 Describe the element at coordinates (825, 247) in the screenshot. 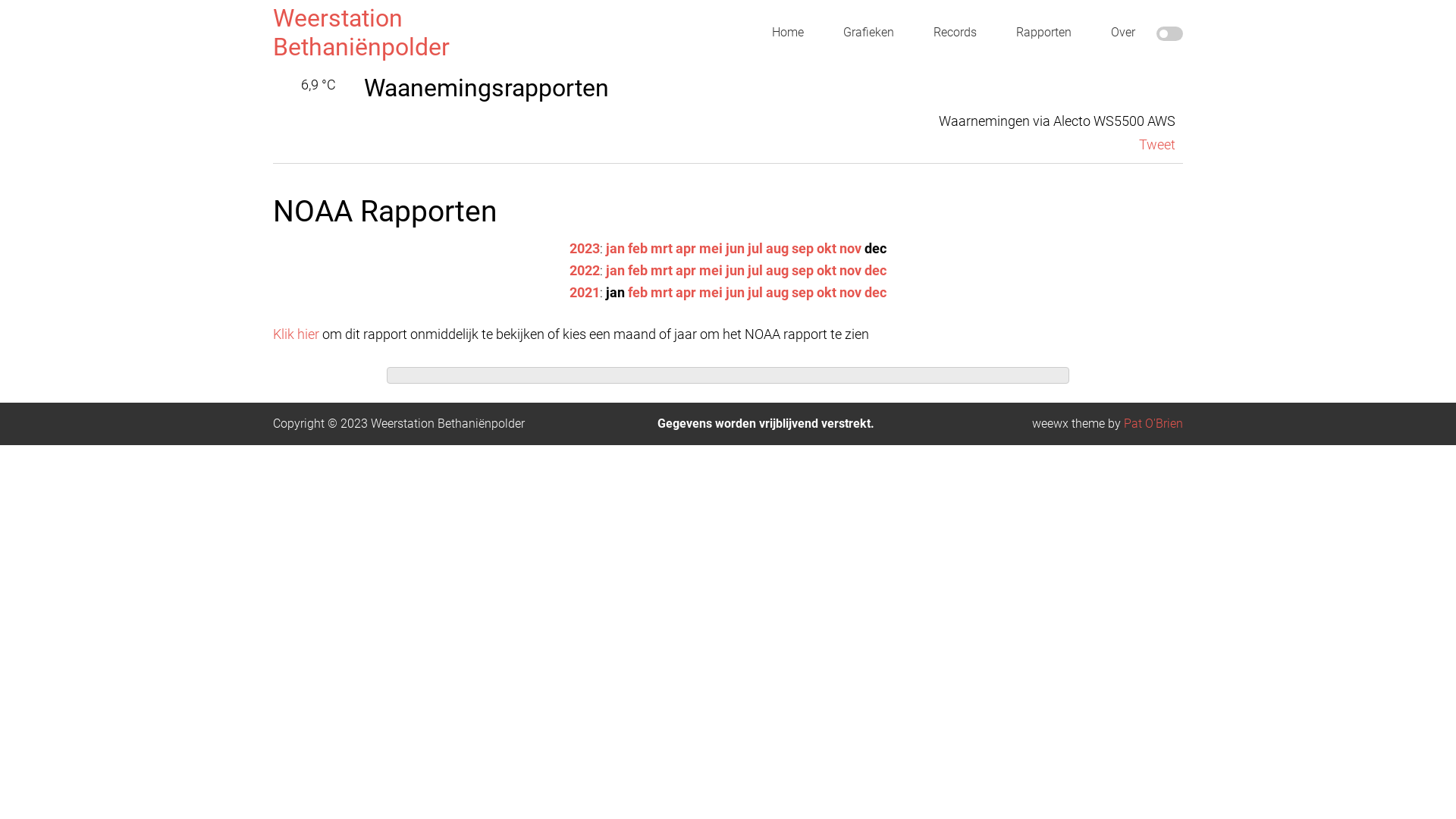

I see `'okt'` at that location.